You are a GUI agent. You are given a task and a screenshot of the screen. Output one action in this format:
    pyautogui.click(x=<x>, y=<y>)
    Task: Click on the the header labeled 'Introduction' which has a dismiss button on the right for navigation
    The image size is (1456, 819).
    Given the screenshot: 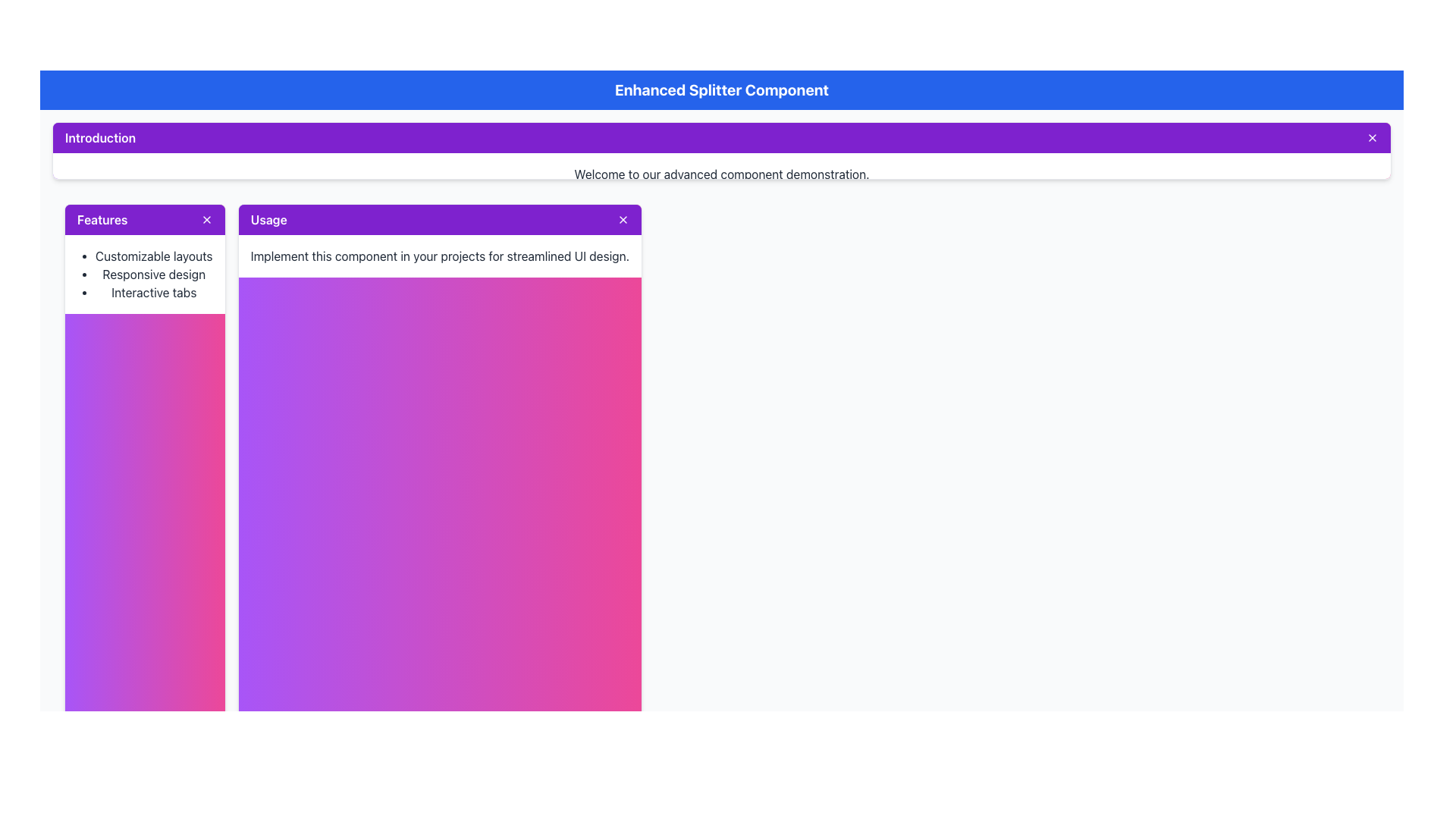 What is the action you would take?
    pyautogui.click(x=720, y=149)
    